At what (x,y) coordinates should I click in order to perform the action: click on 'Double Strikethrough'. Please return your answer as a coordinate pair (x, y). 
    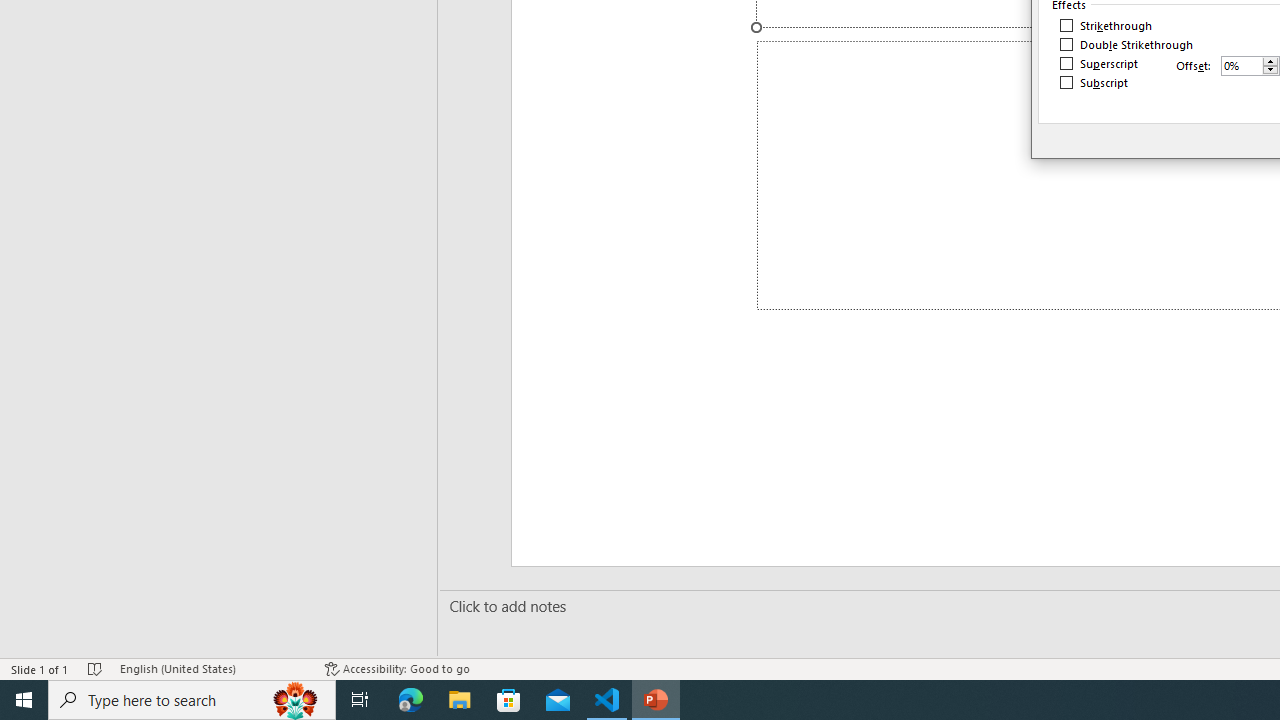
    Looking at the image, I should click on (1127, 45).